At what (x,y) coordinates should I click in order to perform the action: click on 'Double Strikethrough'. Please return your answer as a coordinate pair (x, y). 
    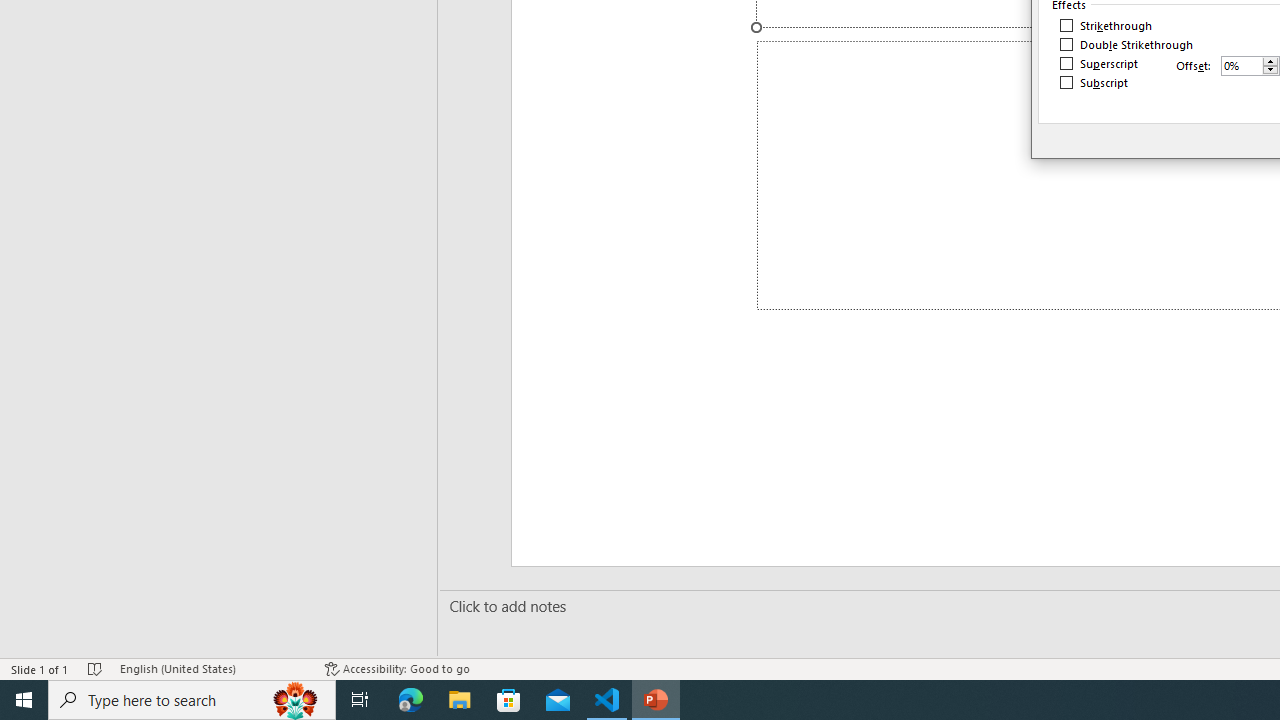
    Looking at the image, I should click on (1127, 45).